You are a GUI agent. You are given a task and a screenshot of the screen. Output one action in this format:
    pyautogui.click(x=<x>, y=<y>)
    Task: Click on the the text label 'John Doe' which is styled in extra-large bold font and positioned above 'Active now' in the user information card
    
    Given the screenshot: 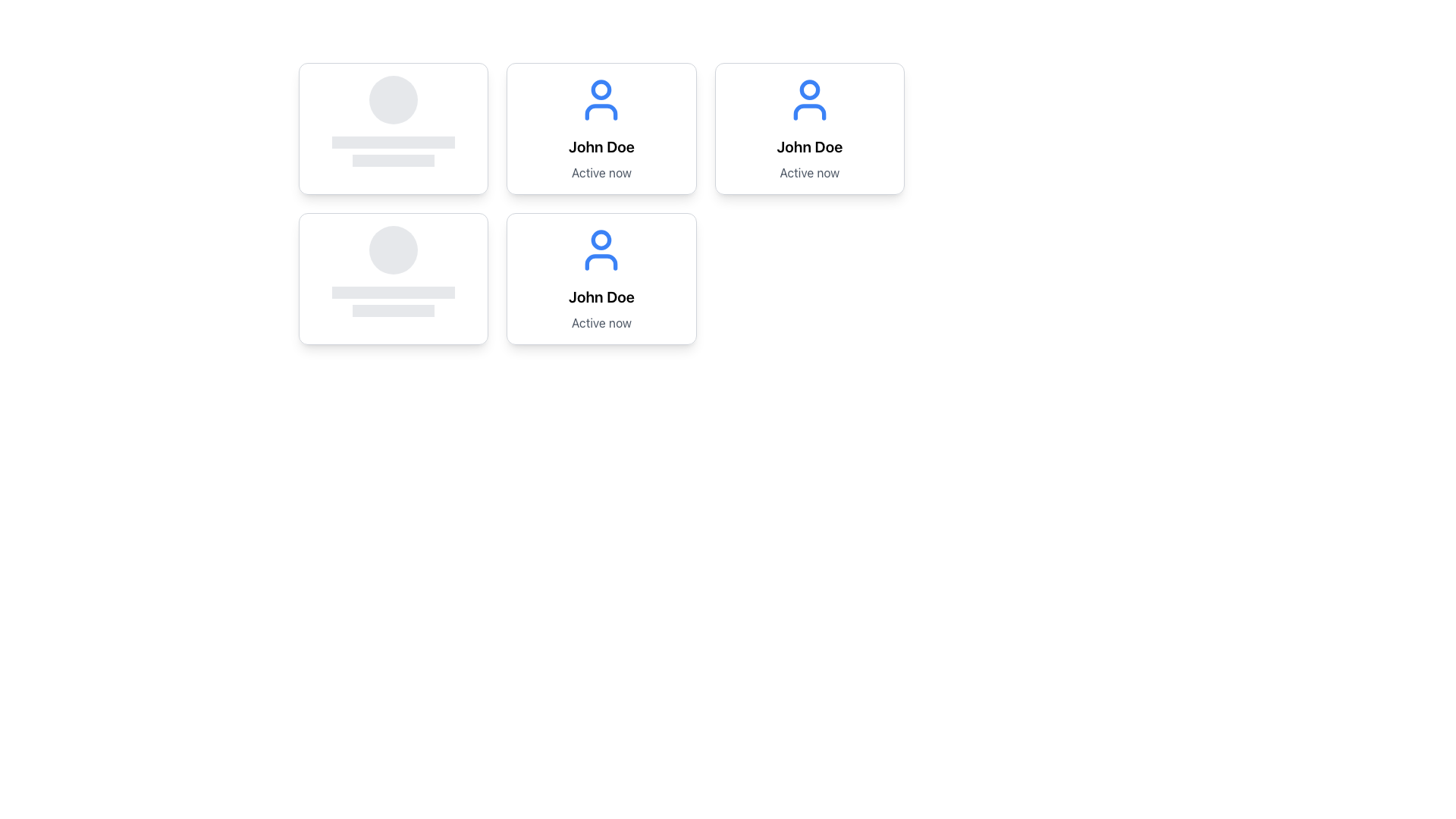 What is the action you would take?
    pyautogui.click(x=808, y=146)
    